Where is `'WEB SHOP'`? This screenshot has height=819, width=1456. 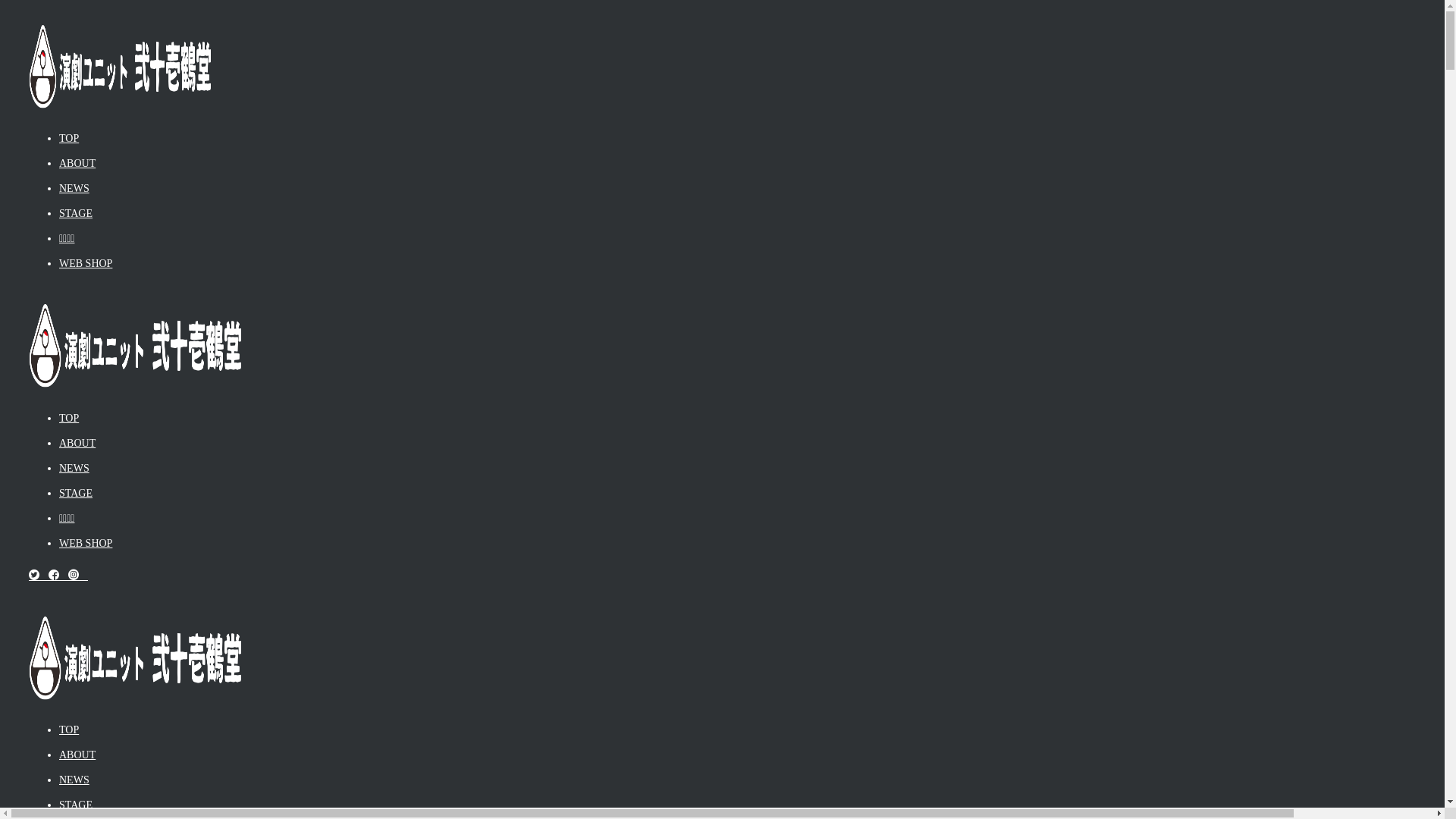 'WEB SHOP' is located at coordinates (85, 262).